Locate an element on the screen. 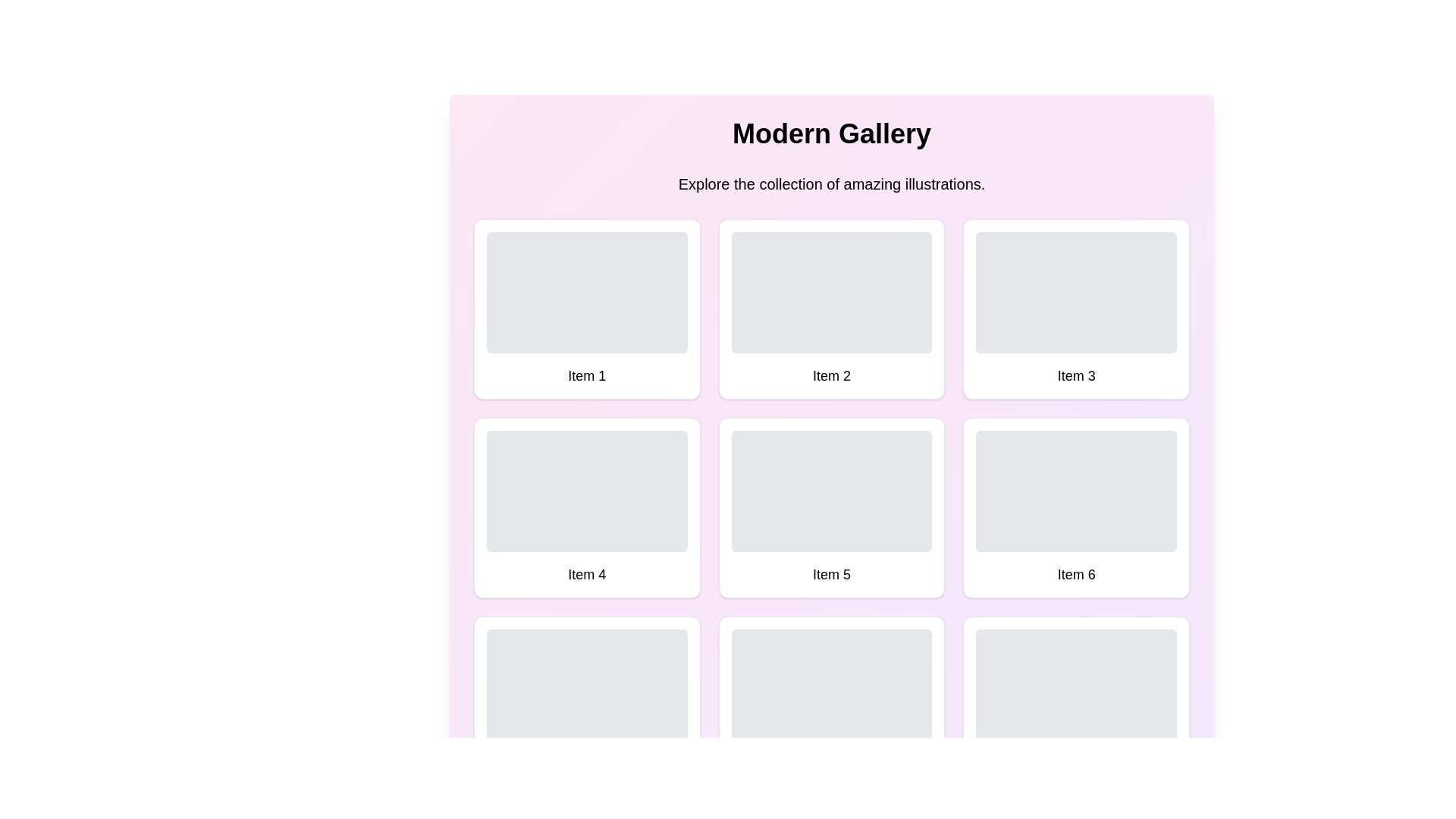  the card displaying 'Item 4', which is a rectangular card with rounded edges and a white background located in the second row, first column of the grid layout is located at coordinates (586, 508).